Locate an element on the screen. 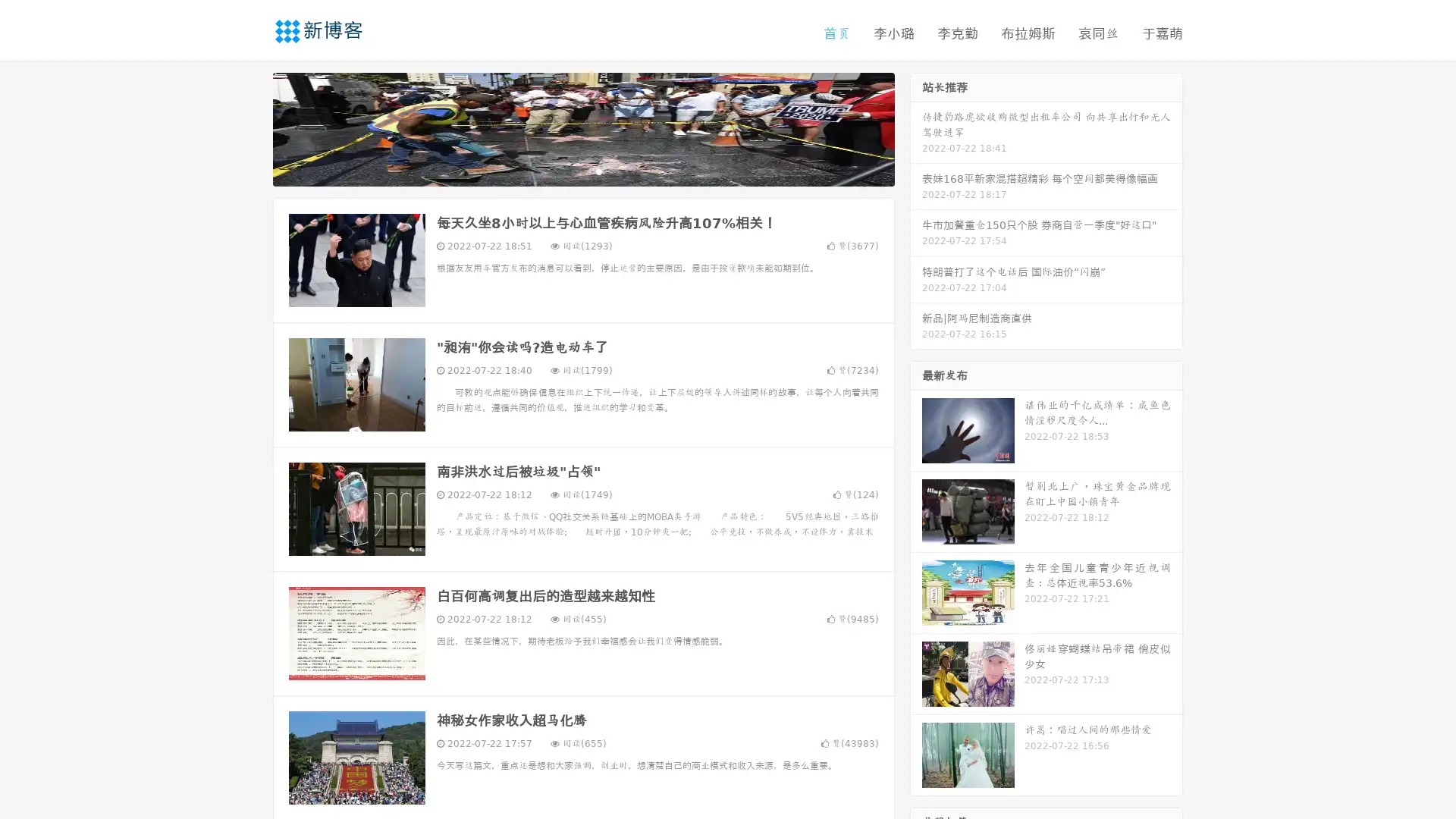 The image size is (1456, 819). Previous slide is located at coordinates (250, 127).